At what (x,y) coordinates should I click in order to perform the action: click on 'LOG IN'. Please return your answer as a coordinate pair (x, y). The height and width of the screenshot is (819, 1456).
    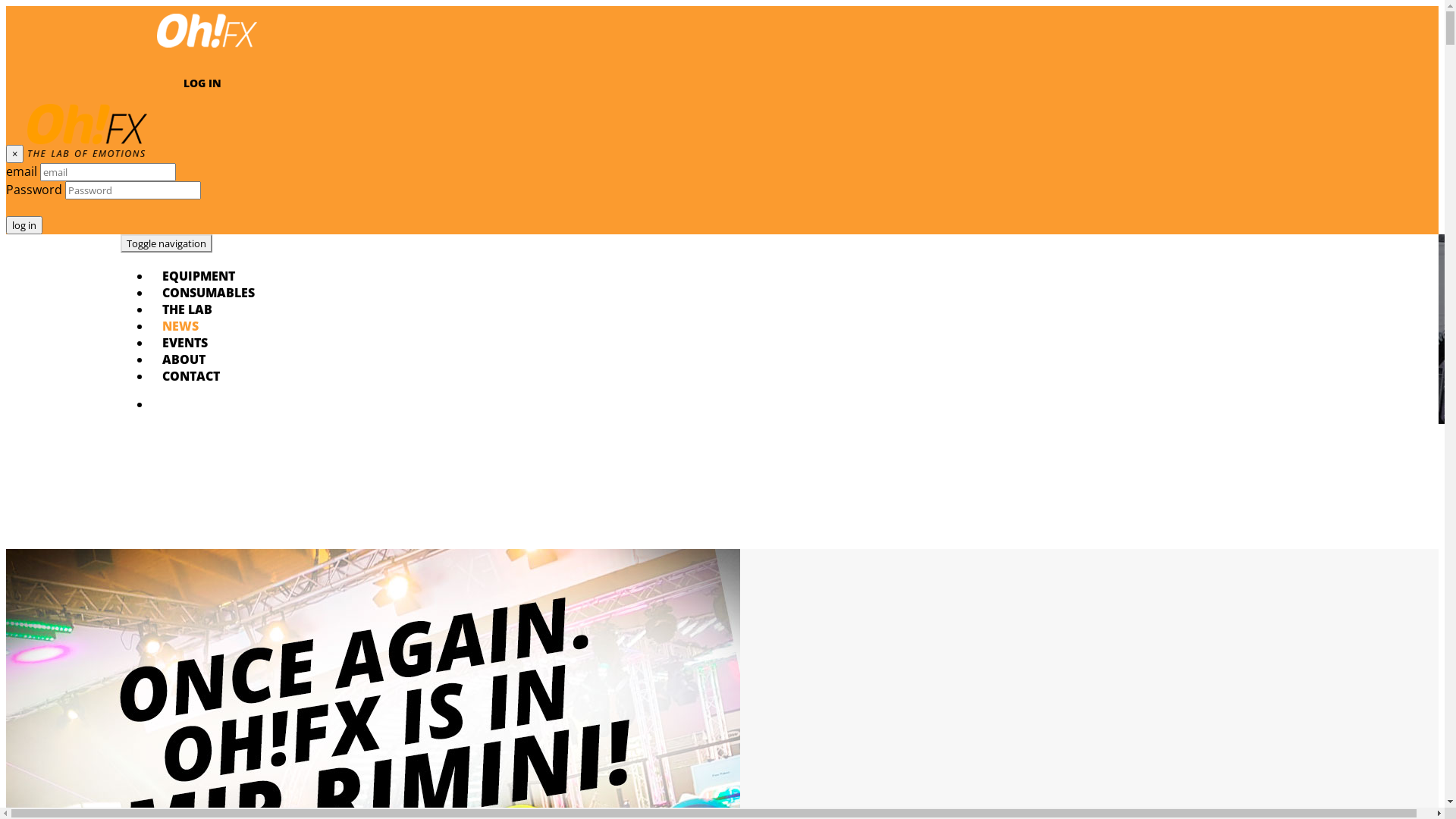
    Looking at the image, I should click on (202, 83).